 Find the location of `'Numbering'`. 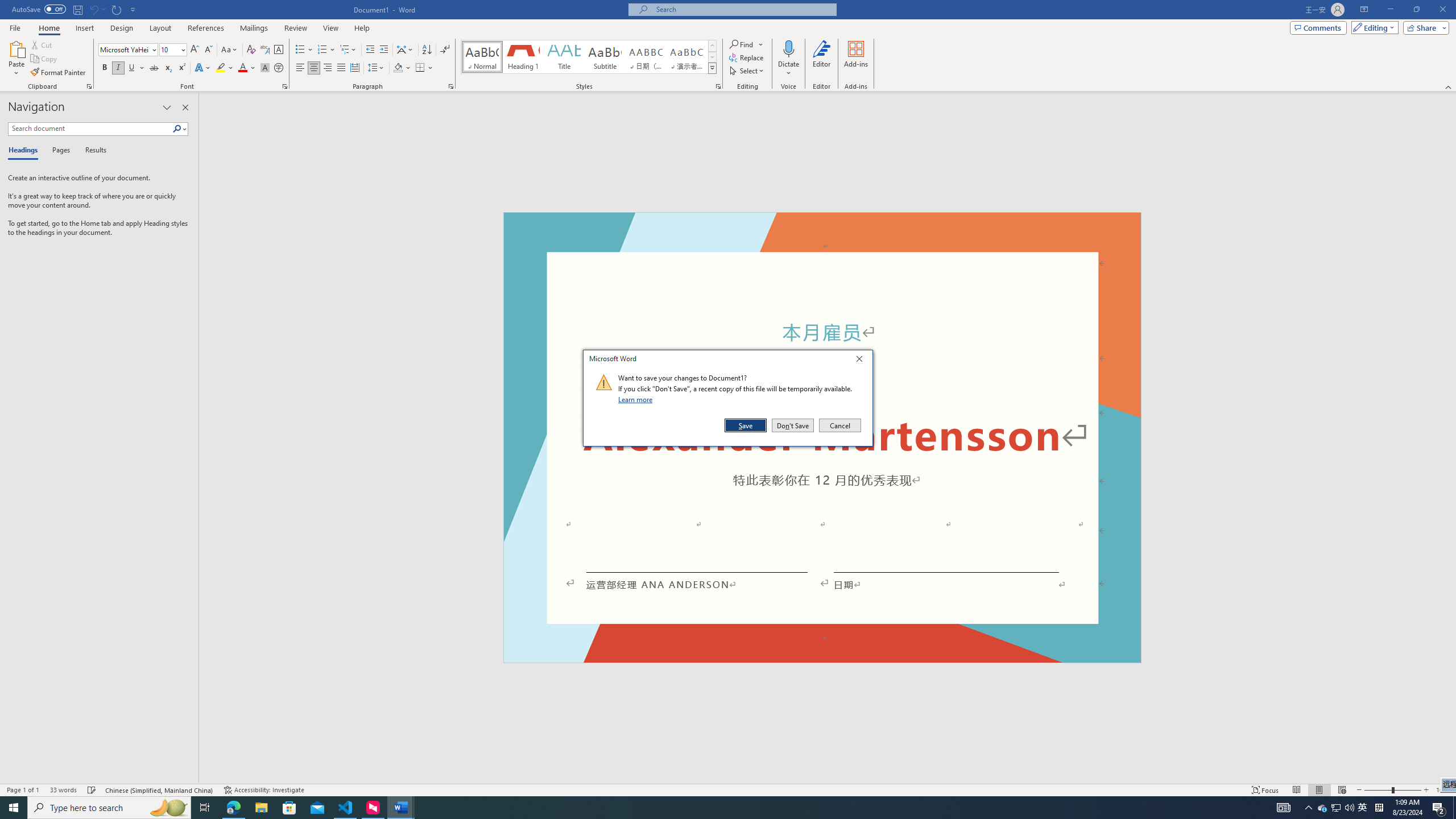

'Numbering' is located at coordinates (322, 49).